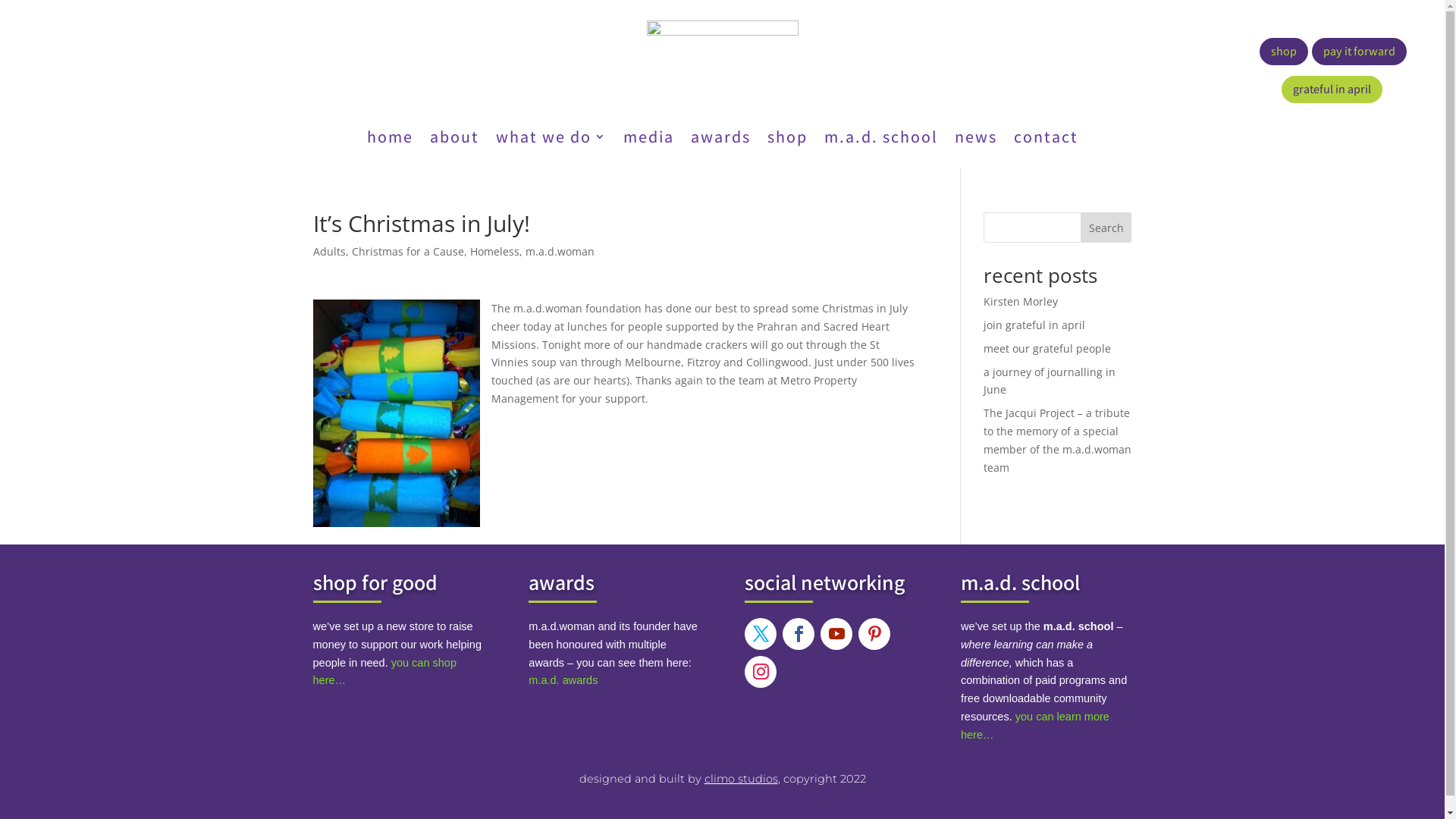 This screenshot has height=819, width=1456. Describe the element at coordinates (1106, 227) in the screenshot. I see `'Search'` at that location.